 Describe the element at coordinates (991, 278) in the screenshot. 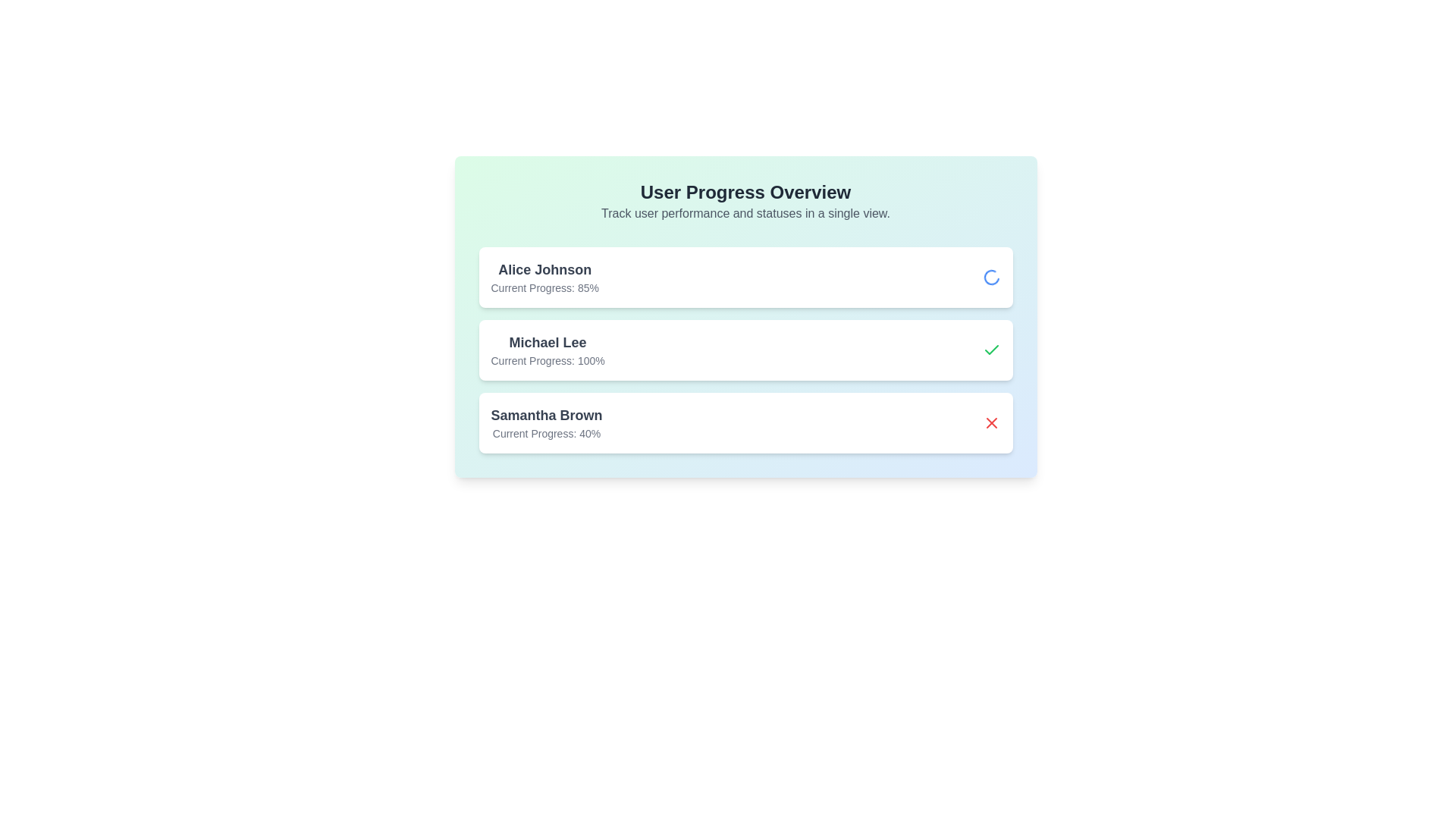

I see `the animation of the blue loading spinner indicator located in the right section of Alice Johnson's progress card, next to the 'Current Progress: 85%' text` at that location.